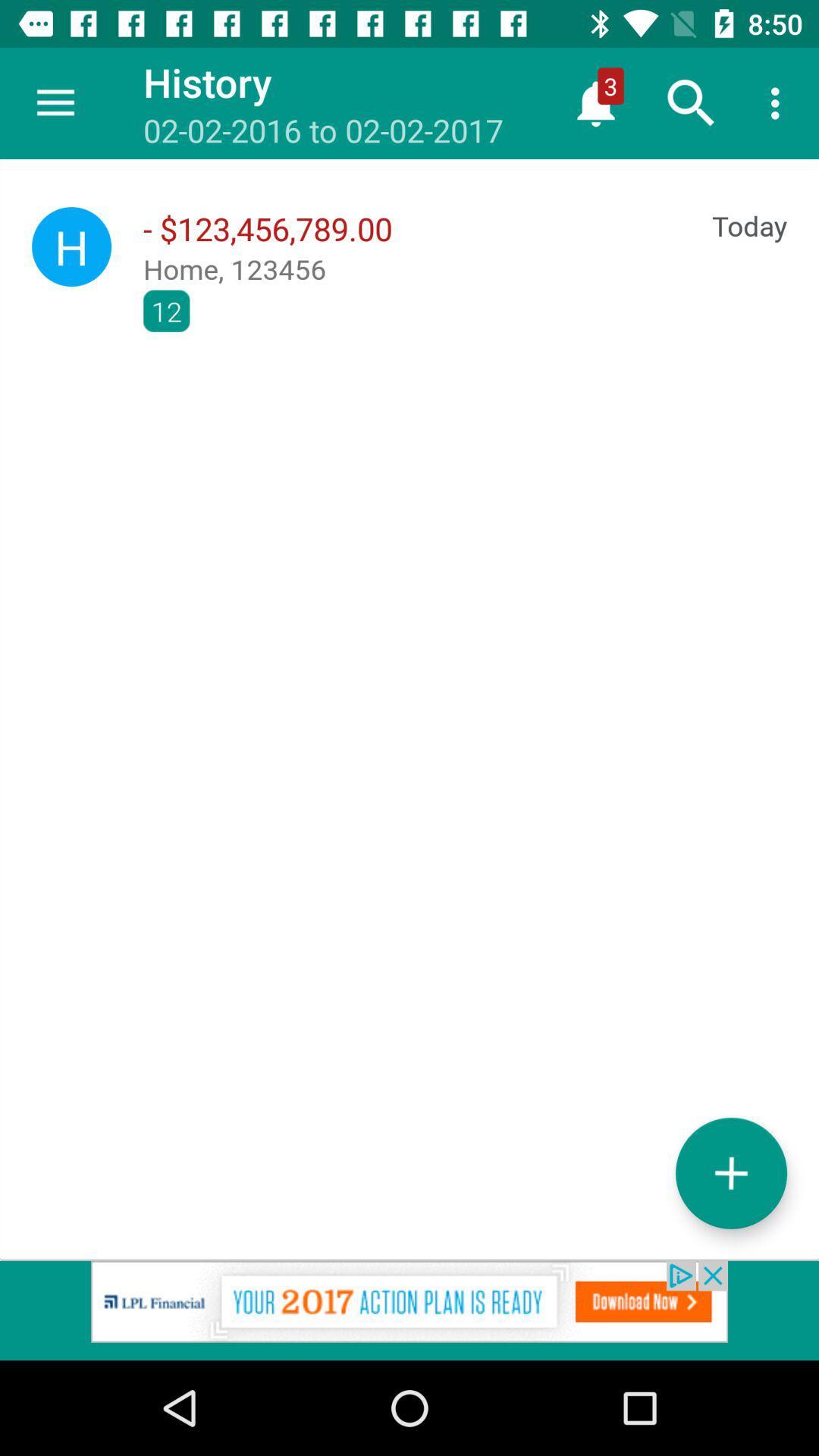  Describe the element at coordinates (730, 1172) in the screenshot. I see `expense entry` at that location.